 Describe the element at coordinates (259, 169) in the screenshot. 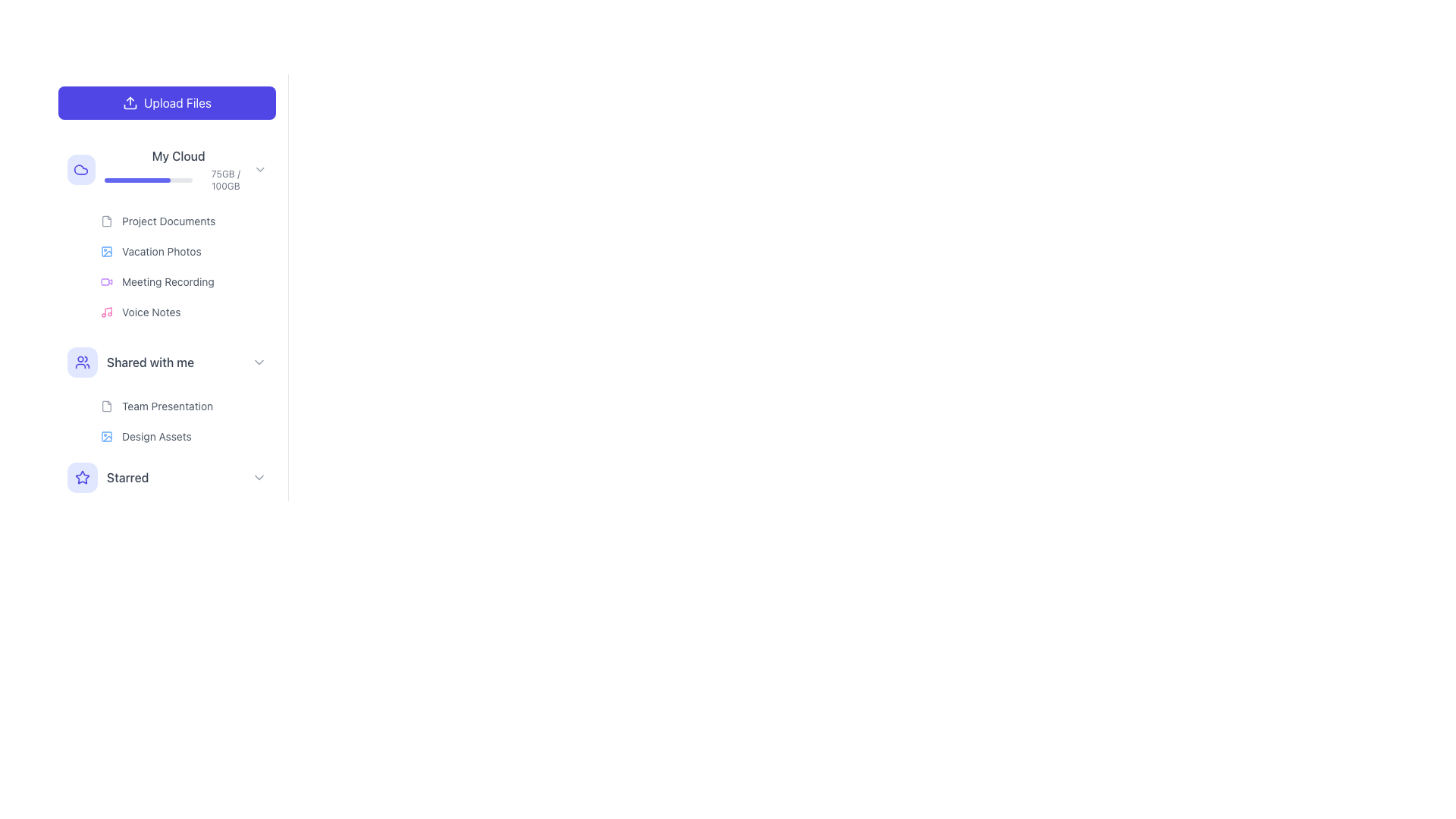

I see `the minimalist rightward-pointing chevron icon located at the far-right of the 'My Cloud' row` at that location.